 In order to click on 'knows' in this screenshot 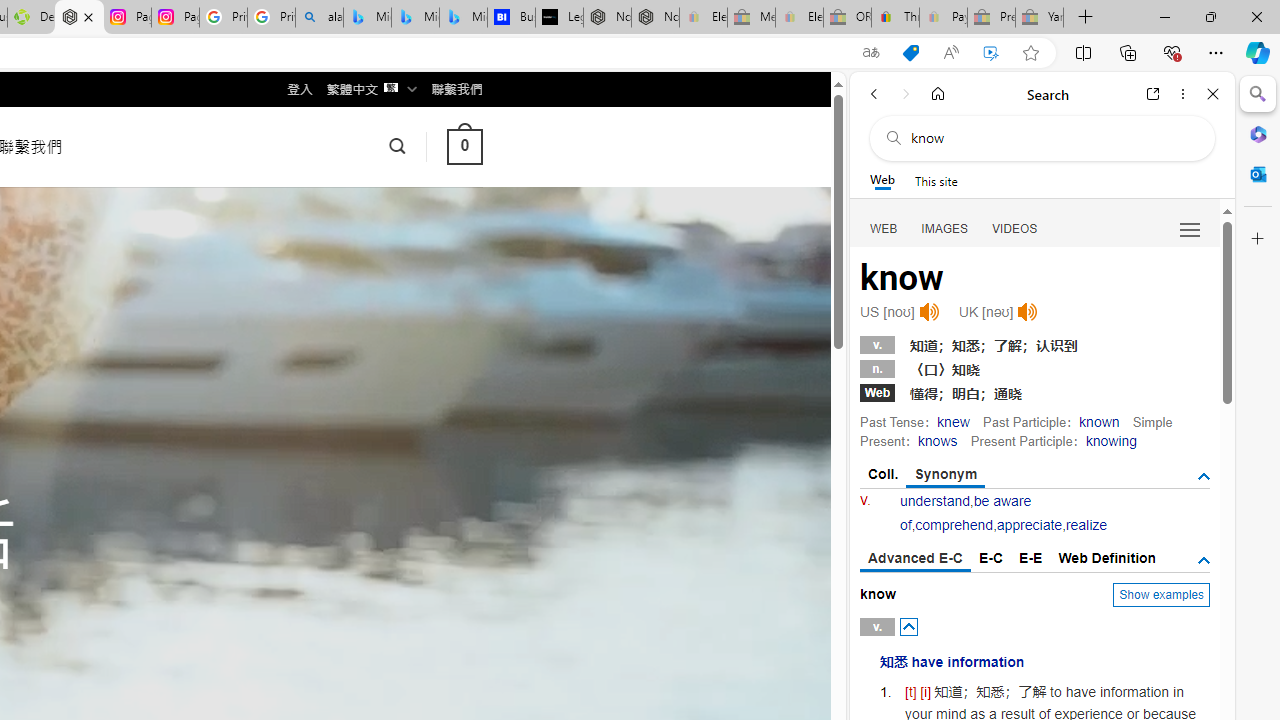, I will do `click(935, 440)`.